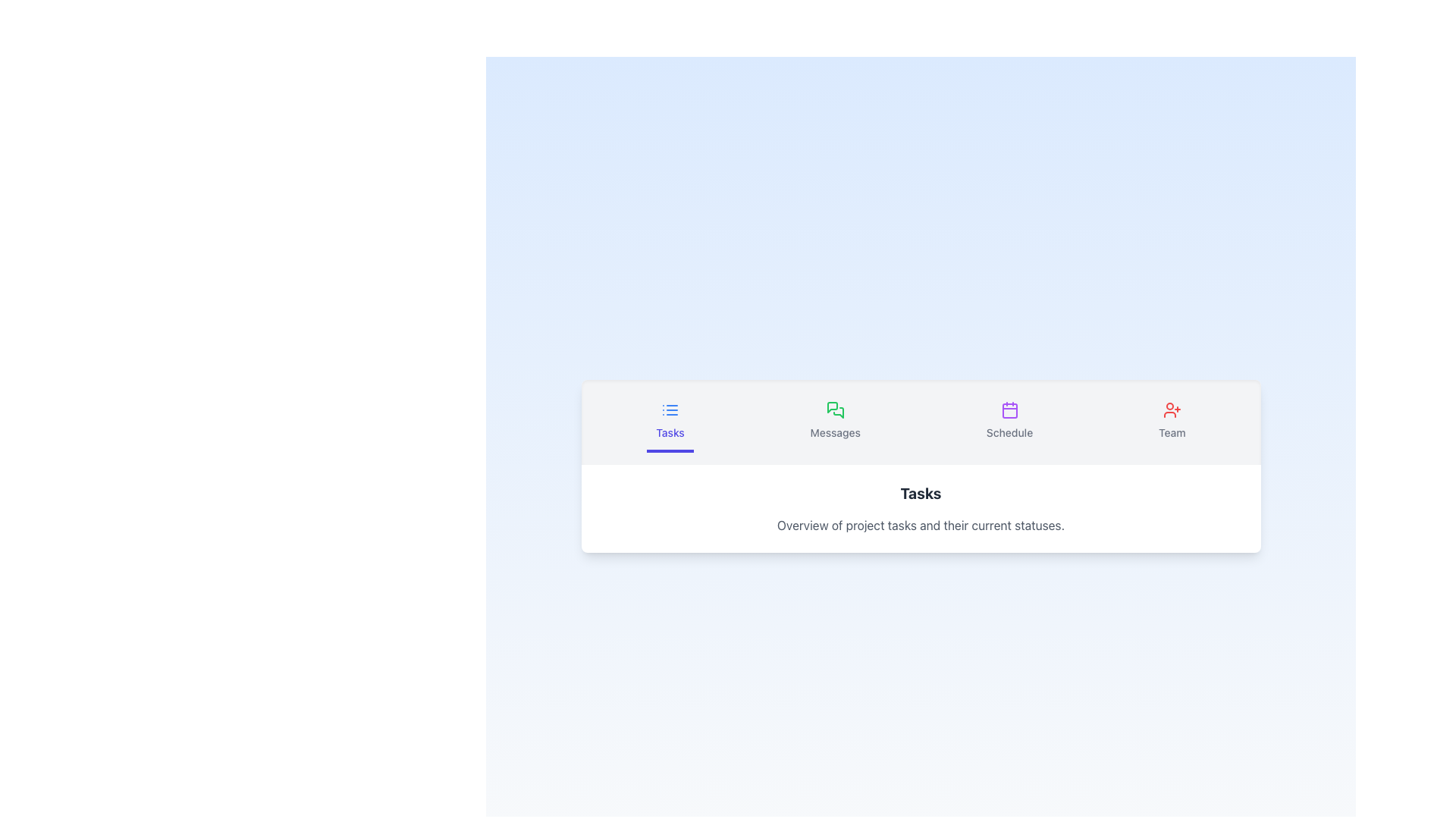 Image resolution: width=1456 pixels, height=819 pixels. Describe the element at coordinates (1171, 409) in the screenshot. I see `the red user silhouette icon with a plus sign located in the top navigation bar, which is the rightmost icon in the row associated with the 'Team' label` at that location.